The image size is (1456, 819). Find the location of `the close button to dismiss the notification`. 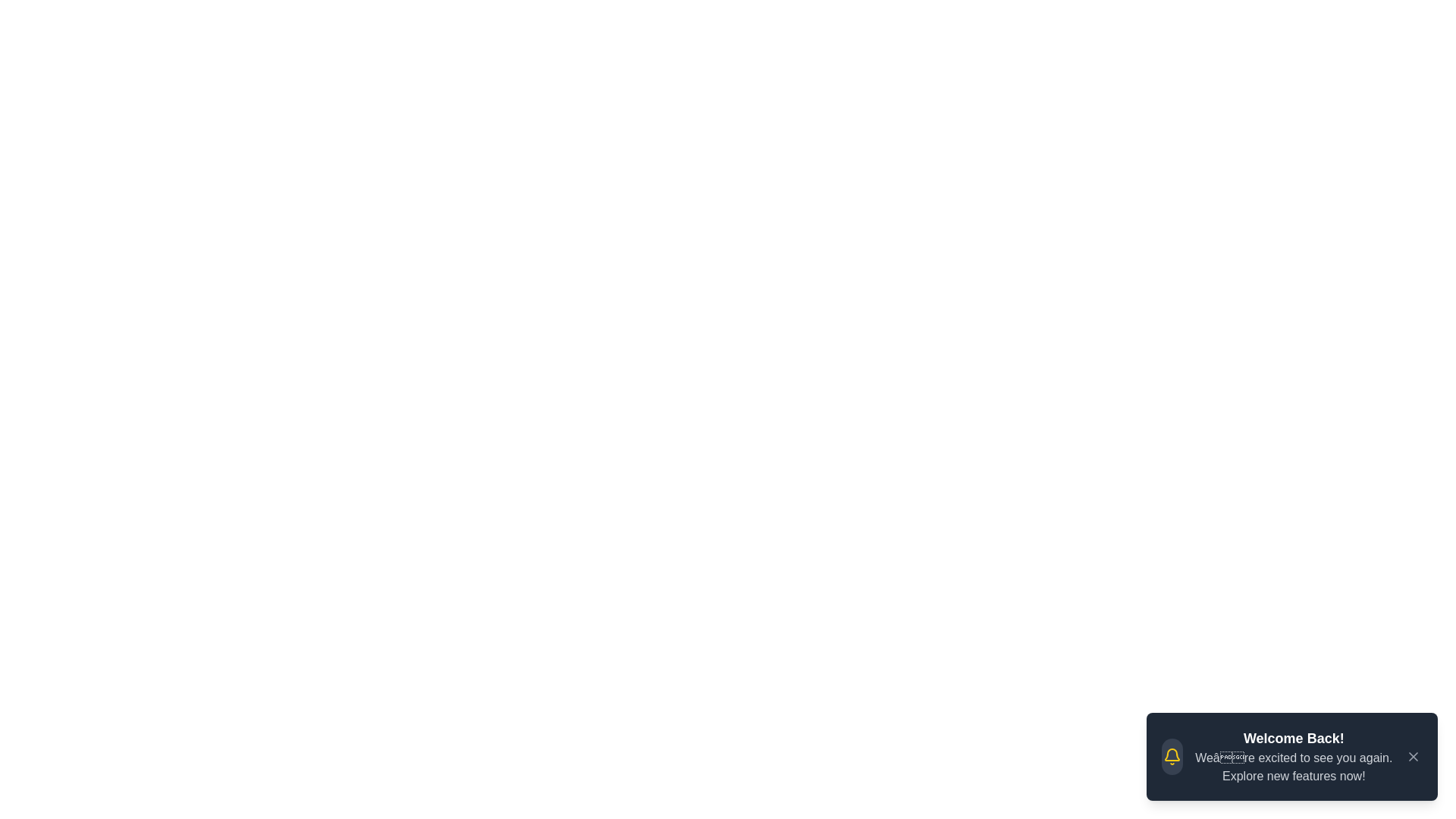

the close button to dismiss the notification is located at coordinates (1412, 757).